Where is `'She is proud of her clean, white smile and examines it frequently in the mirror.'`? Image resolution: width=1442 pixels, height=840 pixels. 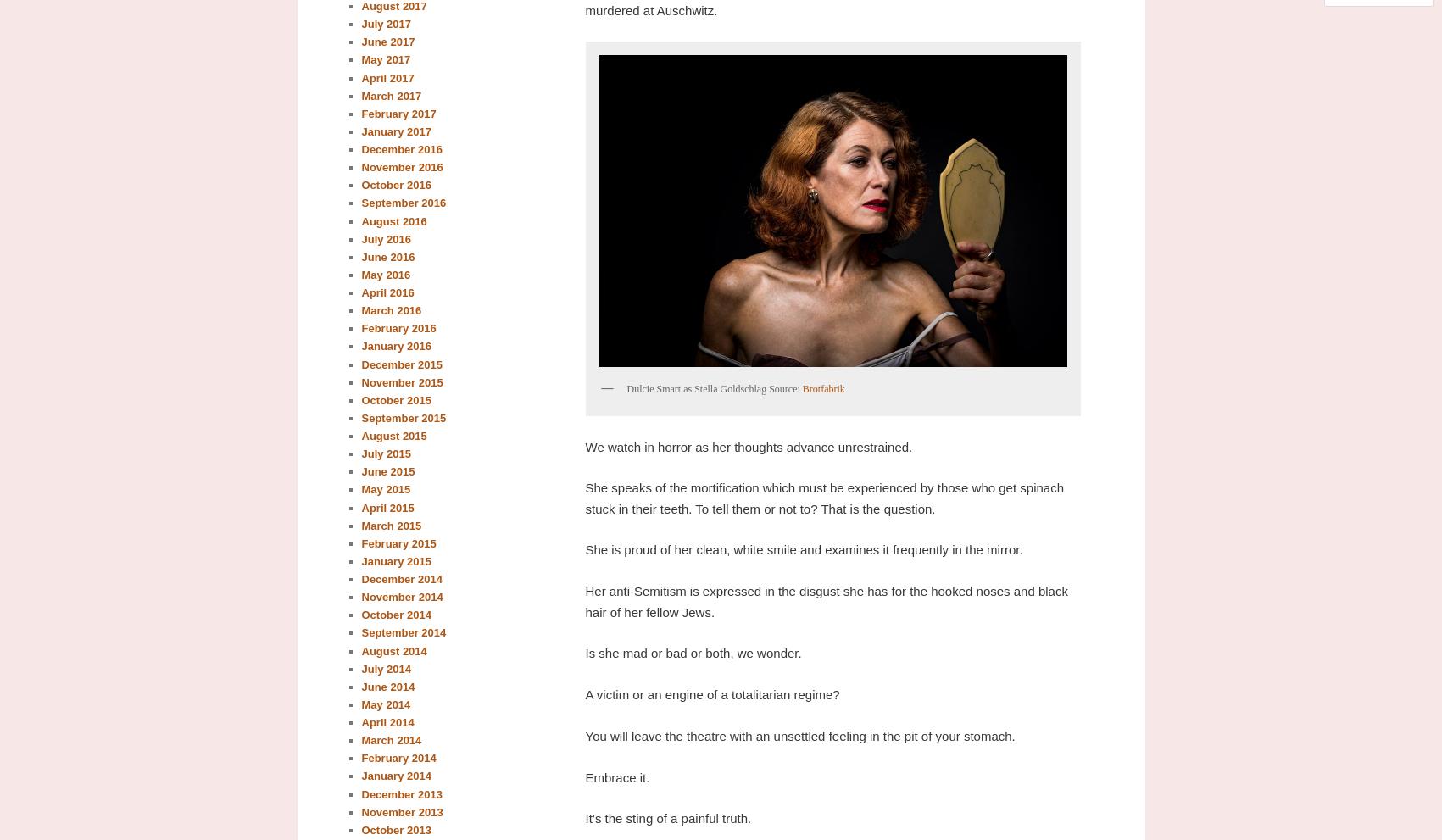 'She is proud of her clean, white smile and examines it frequently in the mirror.' is located at coordinates (802, 548).